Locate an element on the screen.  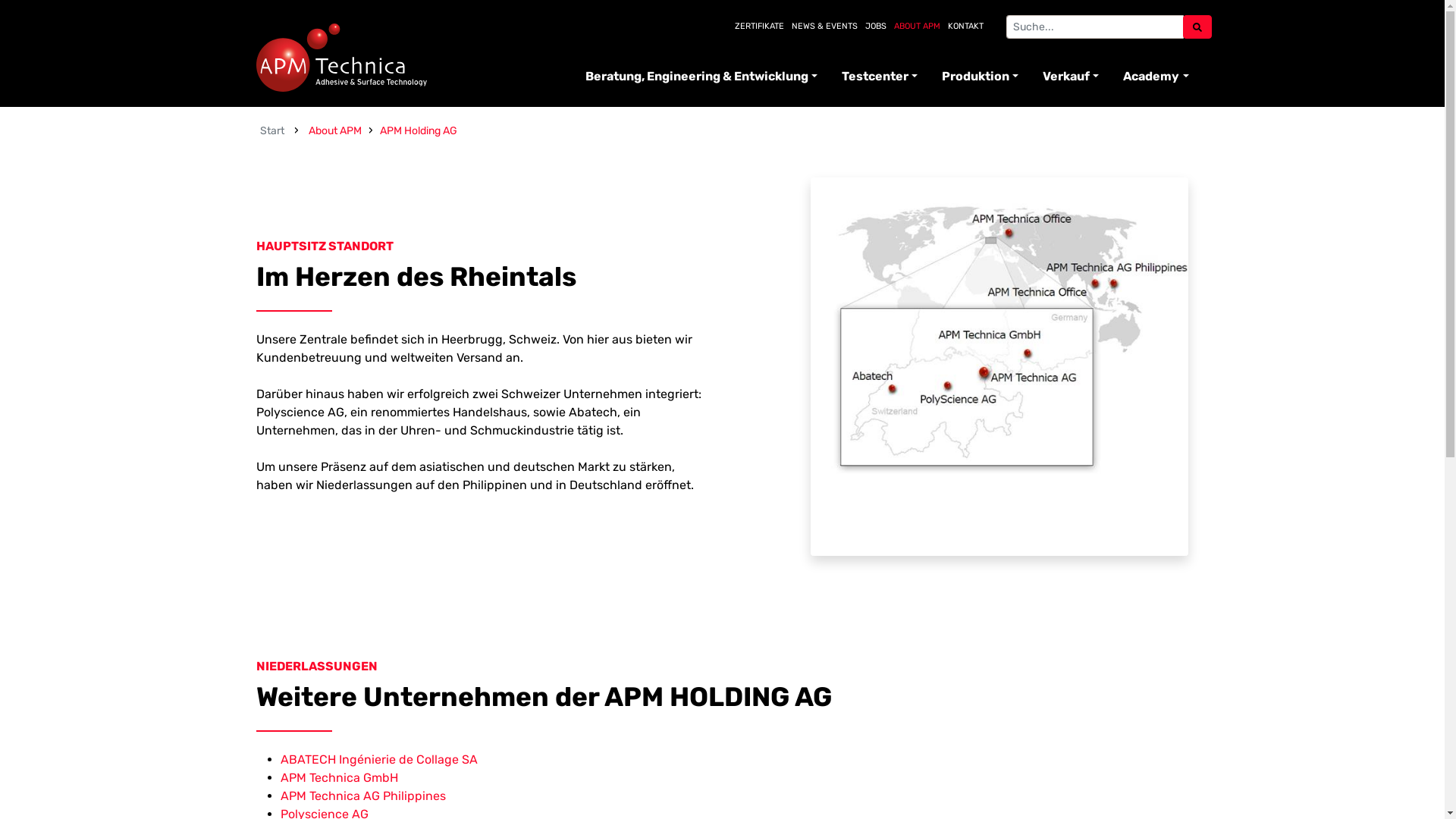
'ZERTIFIKATE' is located at coordinates (758, 26).